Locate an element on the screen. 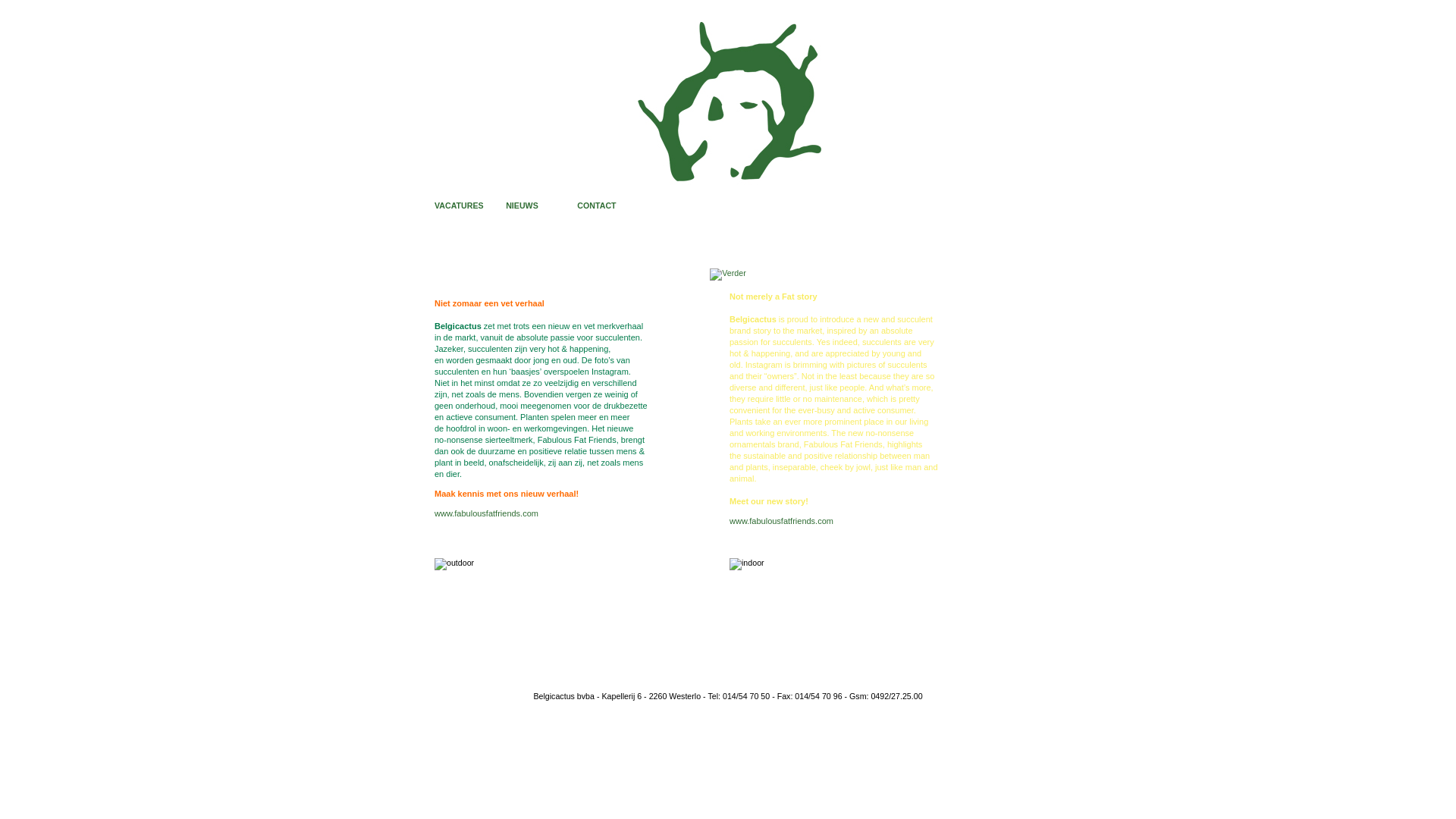 The image size is (1456, 819). 'www.fabulousfatfriends.com' is located at coordinates (486, 513).